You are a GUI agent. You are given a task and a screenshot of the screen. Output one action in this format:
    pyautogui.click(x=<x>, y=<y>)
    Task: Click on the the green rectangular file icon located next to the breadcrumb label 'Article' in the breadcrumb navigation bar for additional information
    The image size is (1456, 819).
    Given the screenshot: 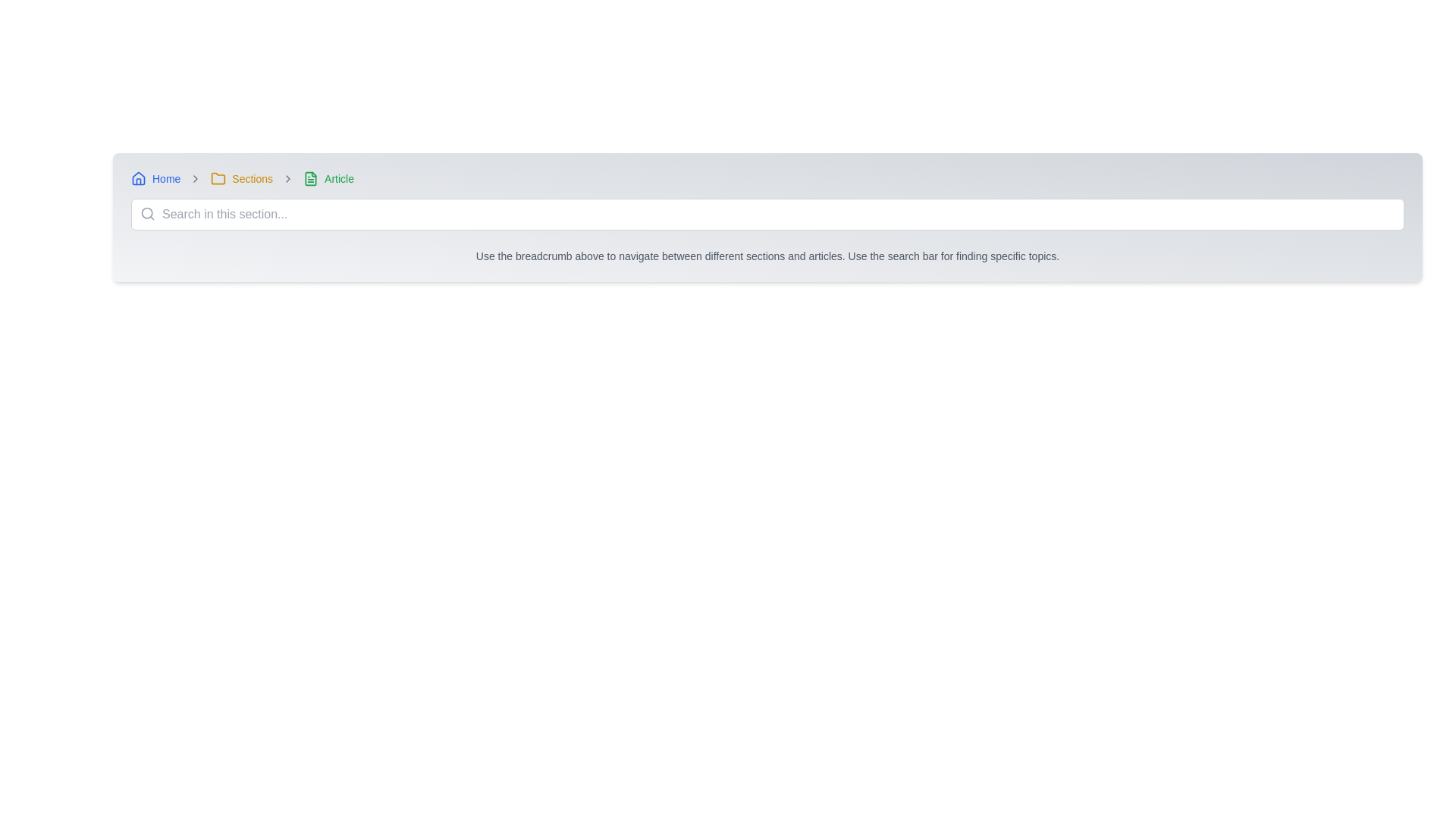 What is the action you would take?
    pyautogui.click(x=310, y=177)
    